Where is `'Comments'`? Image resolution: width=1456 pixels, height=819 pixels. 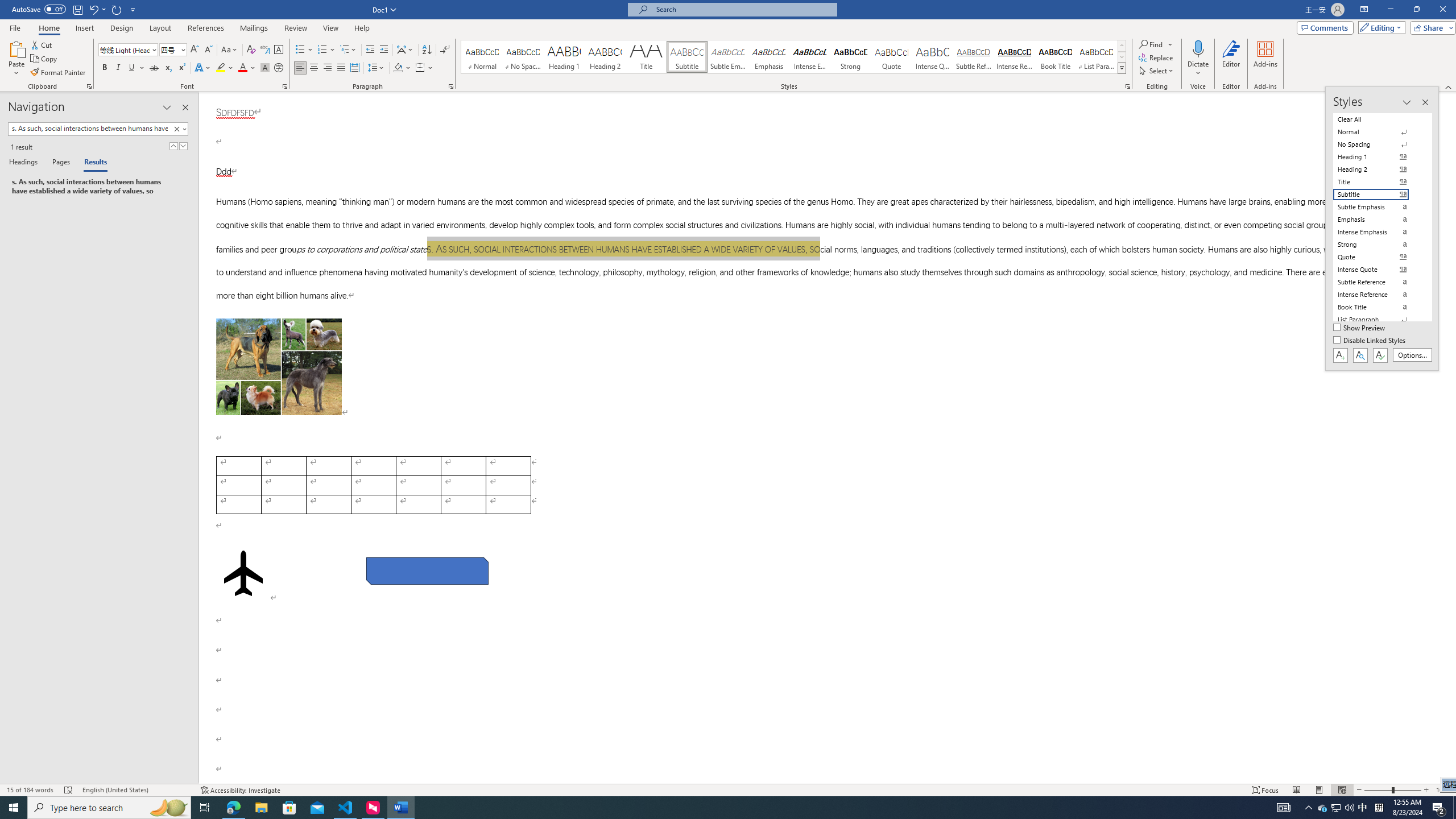
'Comments' is located at coordinates (1325, 27).